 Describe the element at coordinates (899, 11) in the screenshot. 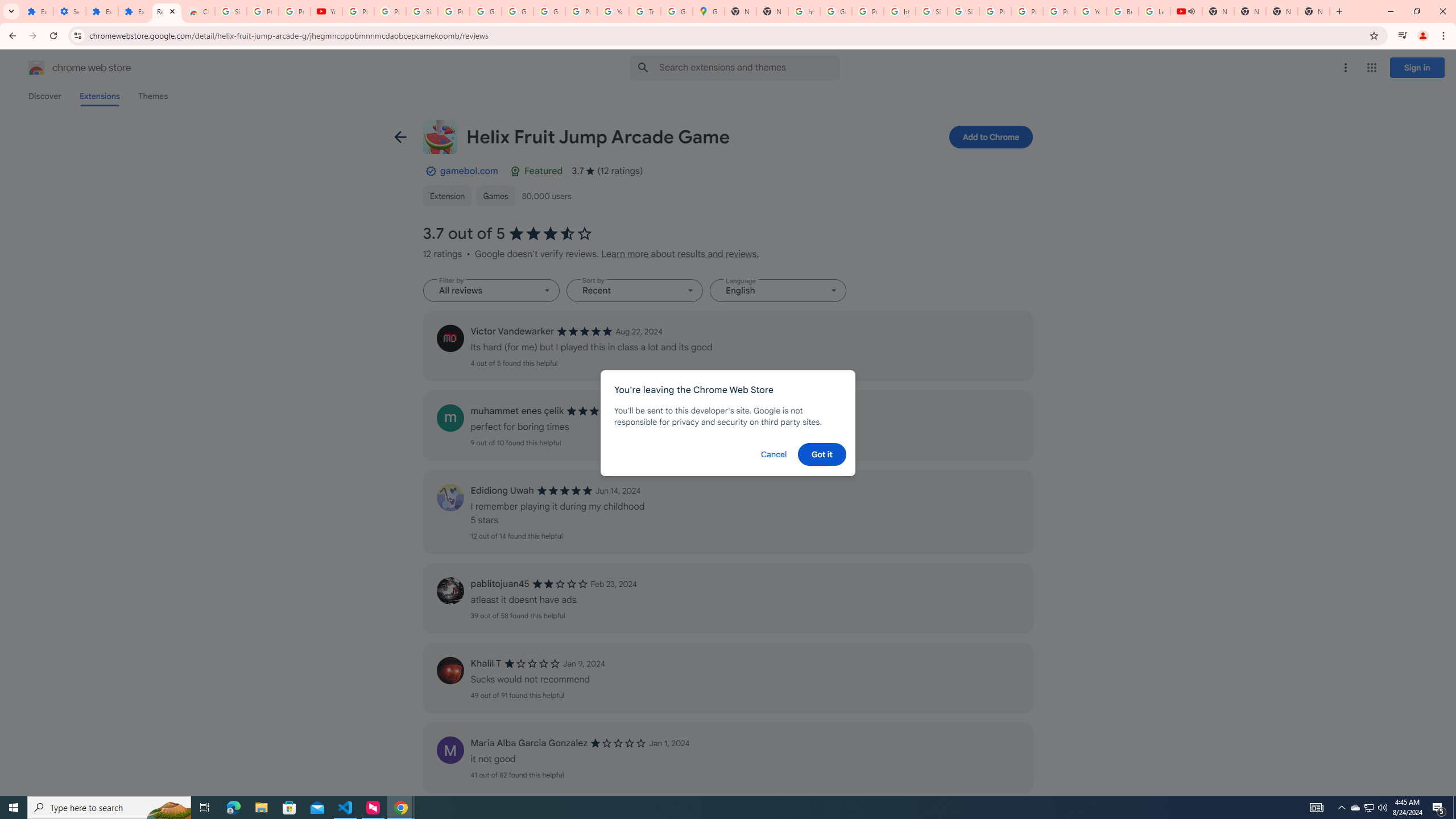

I see `'https://scholar.google.com/'` at that location.